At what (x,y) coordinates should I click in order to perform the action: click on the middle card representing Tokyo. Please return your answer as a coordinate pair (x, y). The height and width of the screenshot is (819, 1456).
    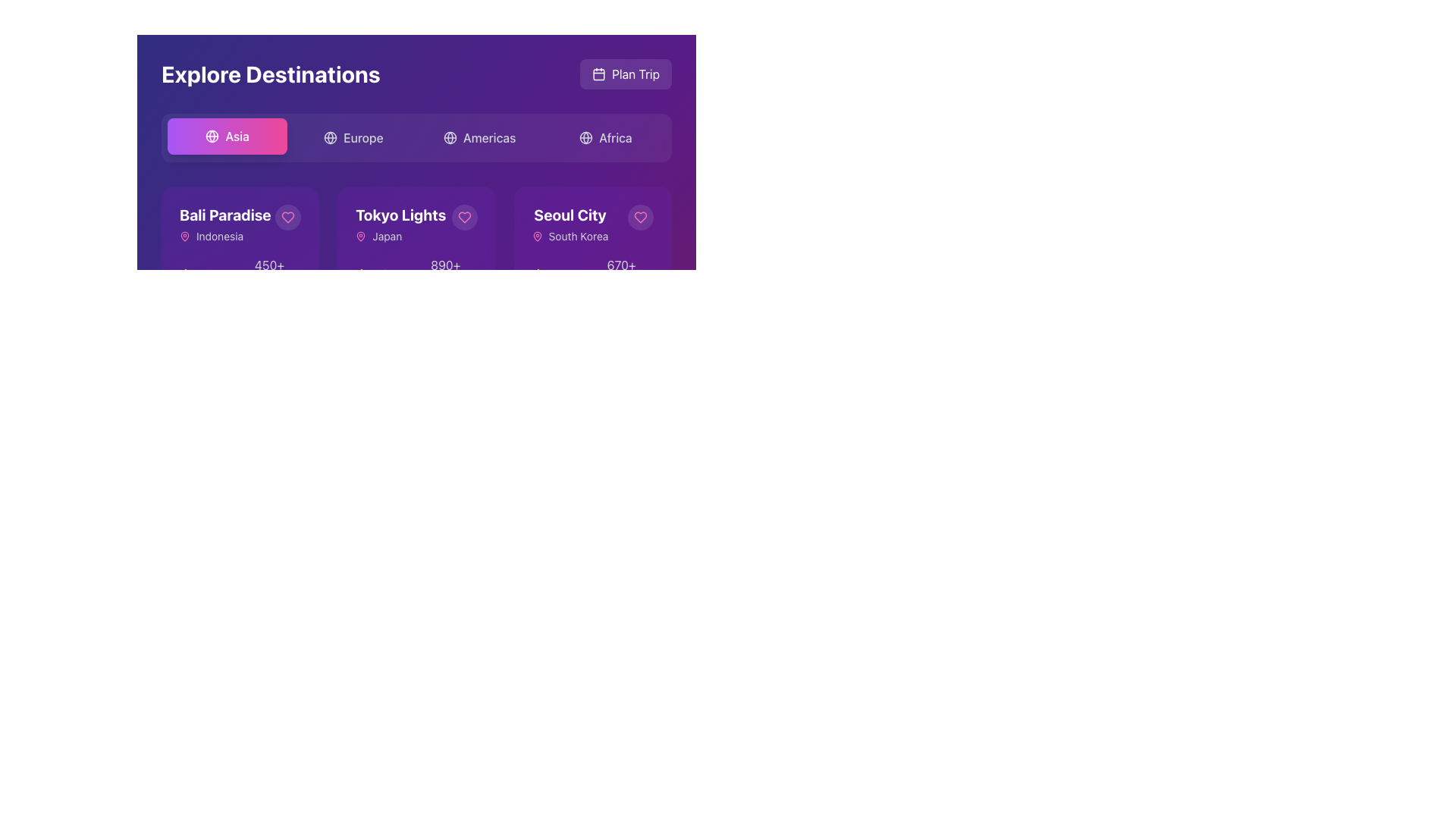
    Looking at the image, I should click on (400, 224).